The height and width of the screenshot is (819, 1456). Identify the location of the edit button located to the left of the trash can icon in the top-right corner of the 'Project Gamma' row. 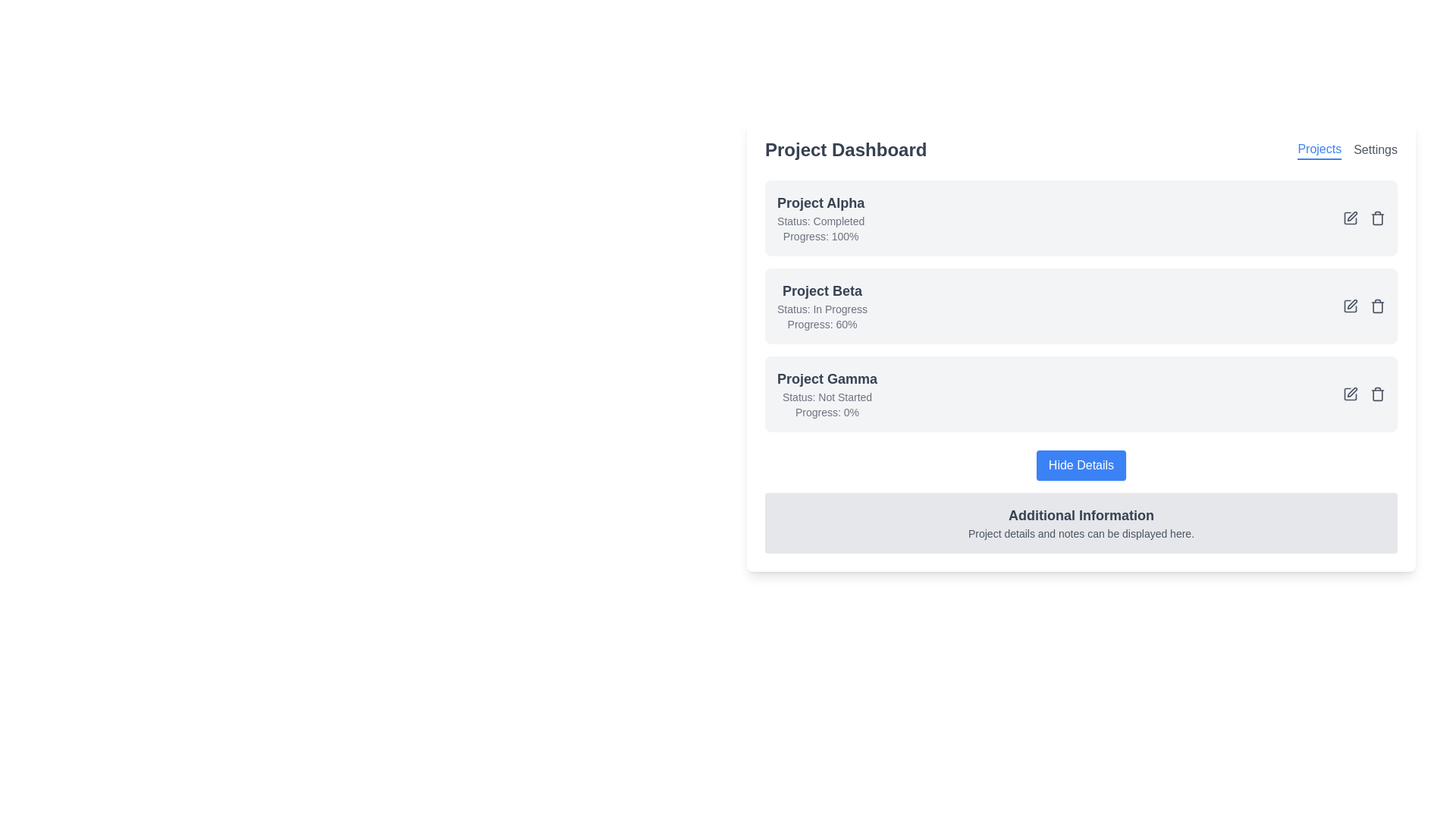
(1350, 394).